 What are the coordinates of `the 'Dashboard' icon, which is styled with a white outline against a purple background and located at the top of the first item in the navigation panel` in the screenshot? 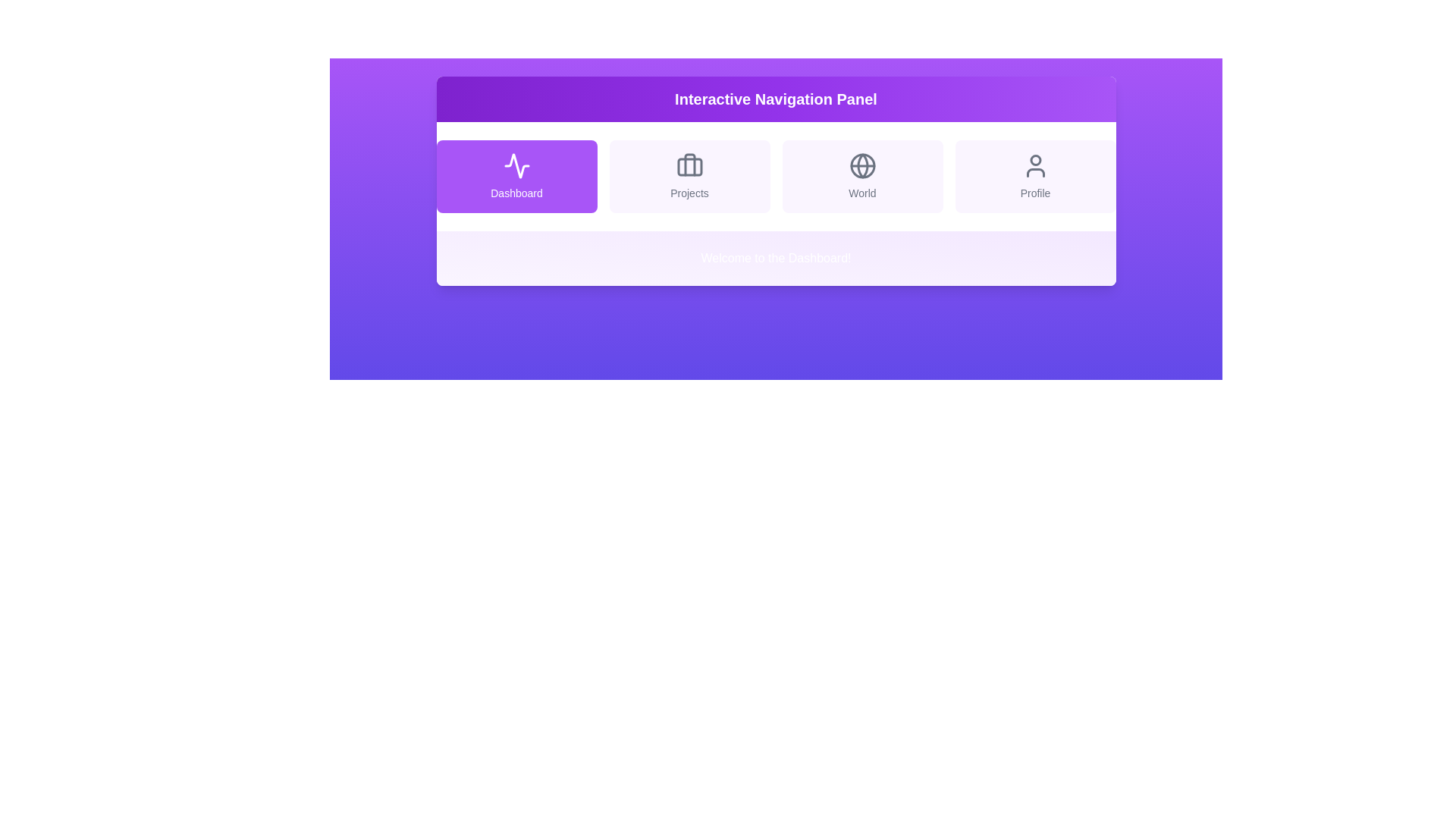 It's located at (516, 166).